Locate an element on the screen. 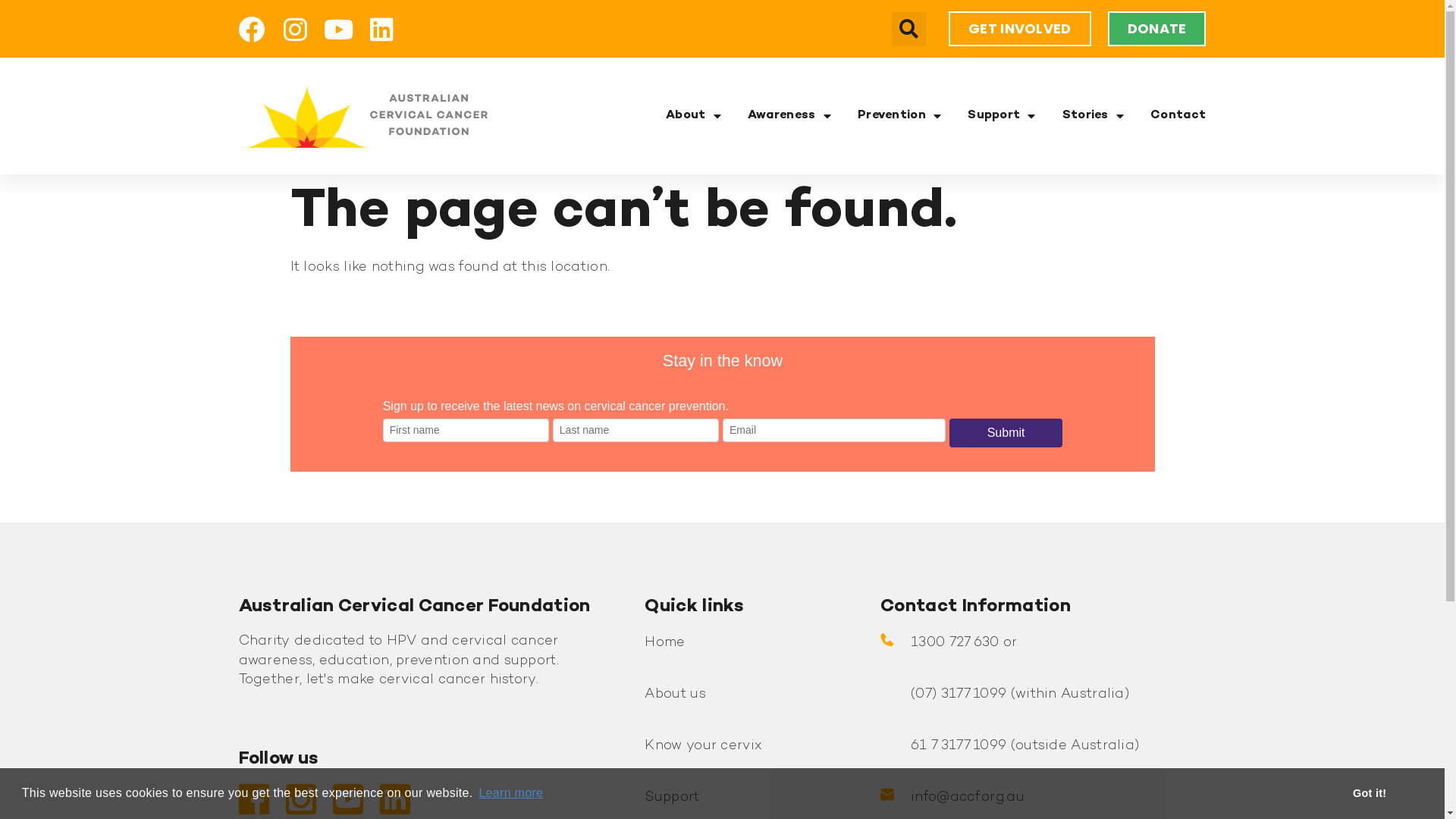 The image size is (1456, 819). 'Home' is located at coordinates (664, 642).